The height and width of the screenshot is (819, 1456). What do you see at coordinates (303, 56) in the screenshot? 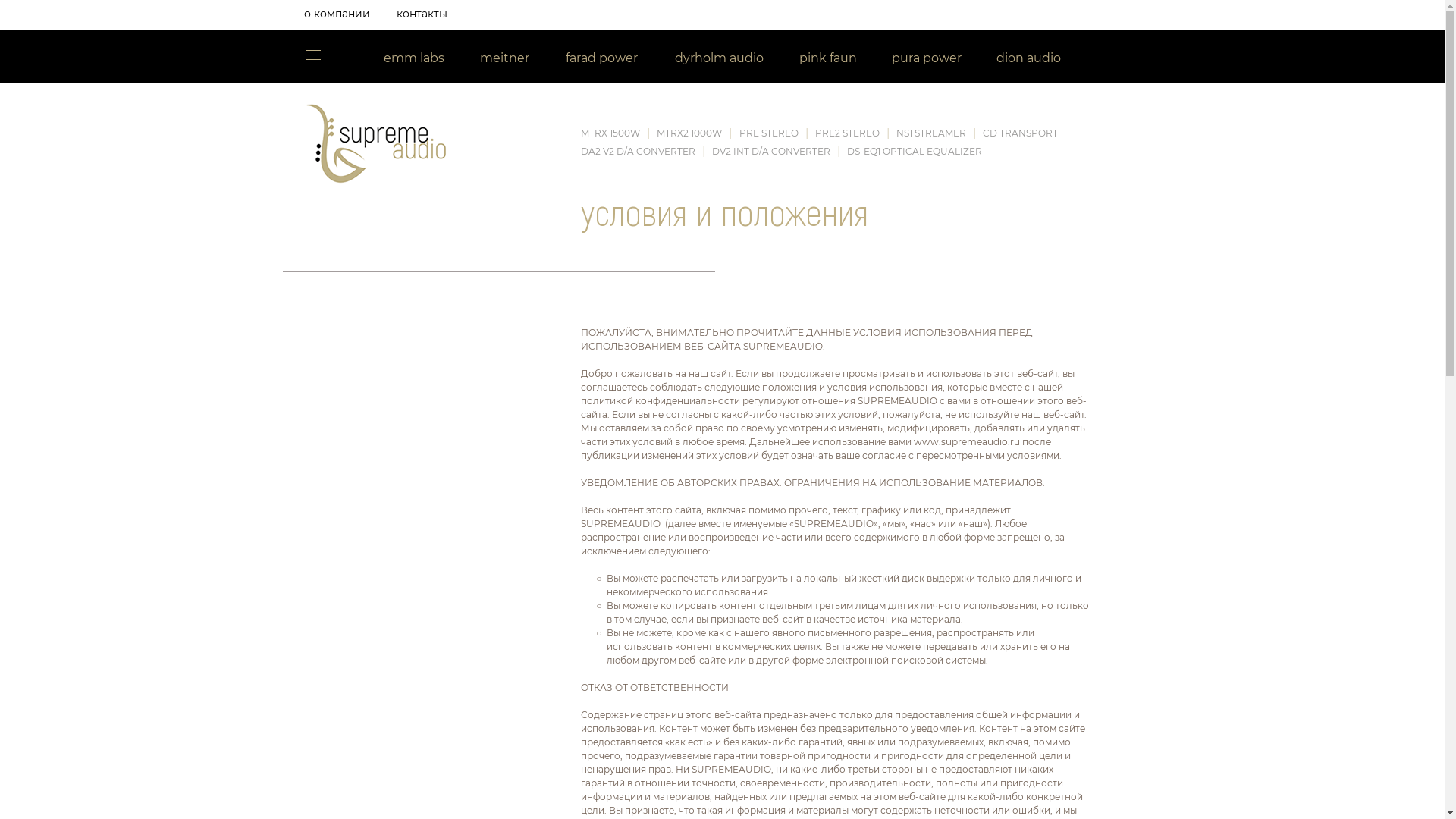
I see `'LOGO BRANDS'` at bounding box center [303, 56].